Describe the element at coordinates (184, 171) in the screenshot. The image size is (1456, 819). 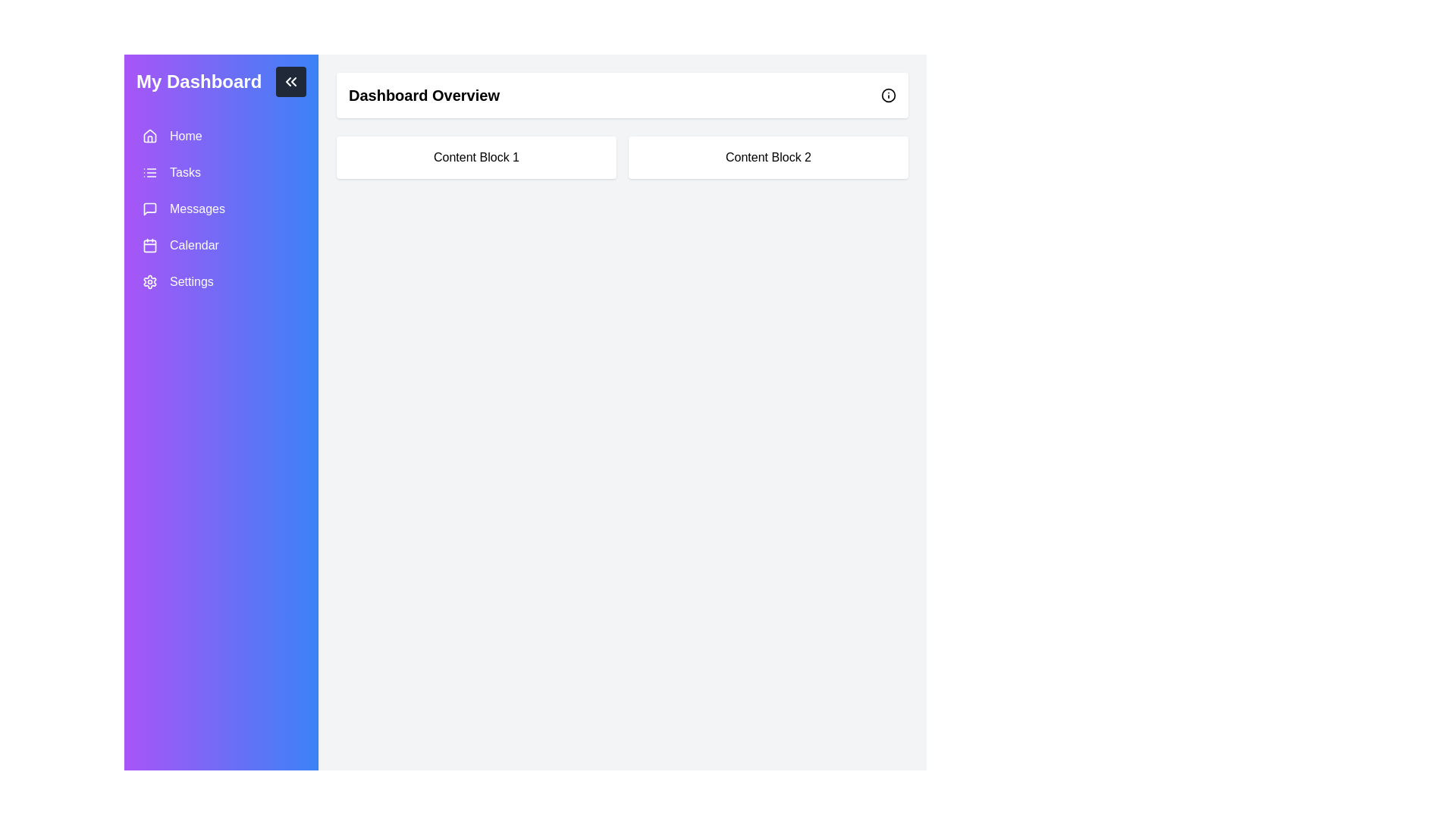
I see `the 'Tasks' text label in the navigation menu` at that location.